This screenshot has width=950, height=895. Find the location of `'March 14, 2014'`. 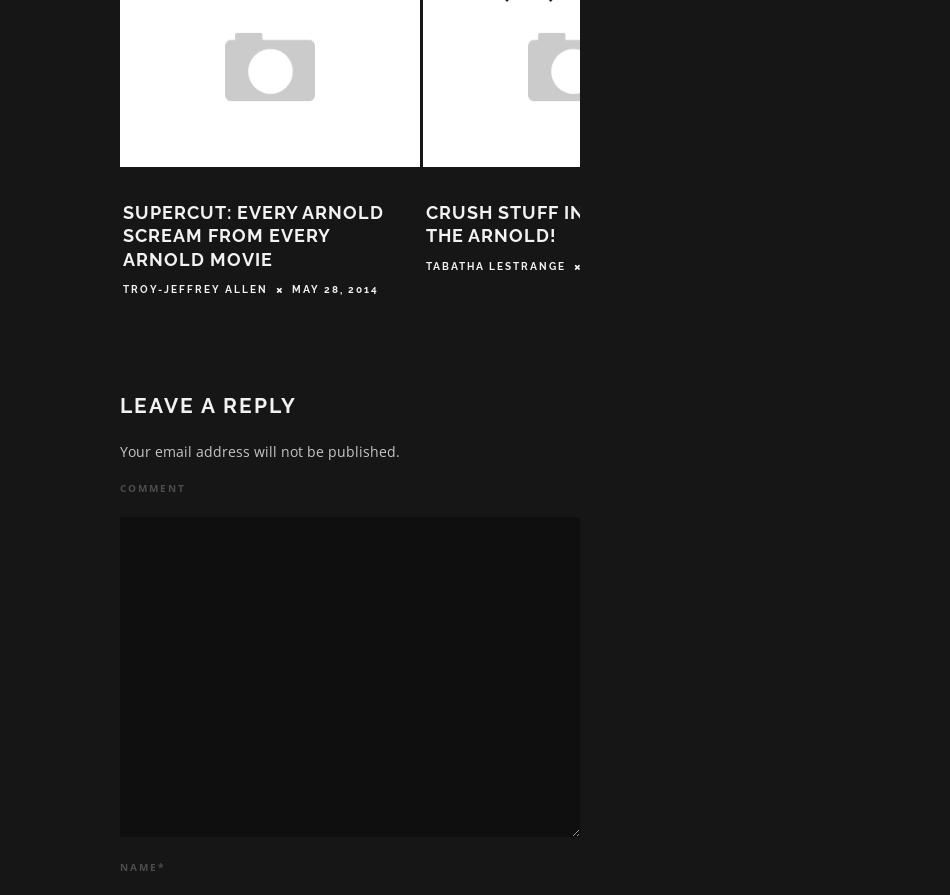

'March 14, 2014' is located at coordinates (642, 272).